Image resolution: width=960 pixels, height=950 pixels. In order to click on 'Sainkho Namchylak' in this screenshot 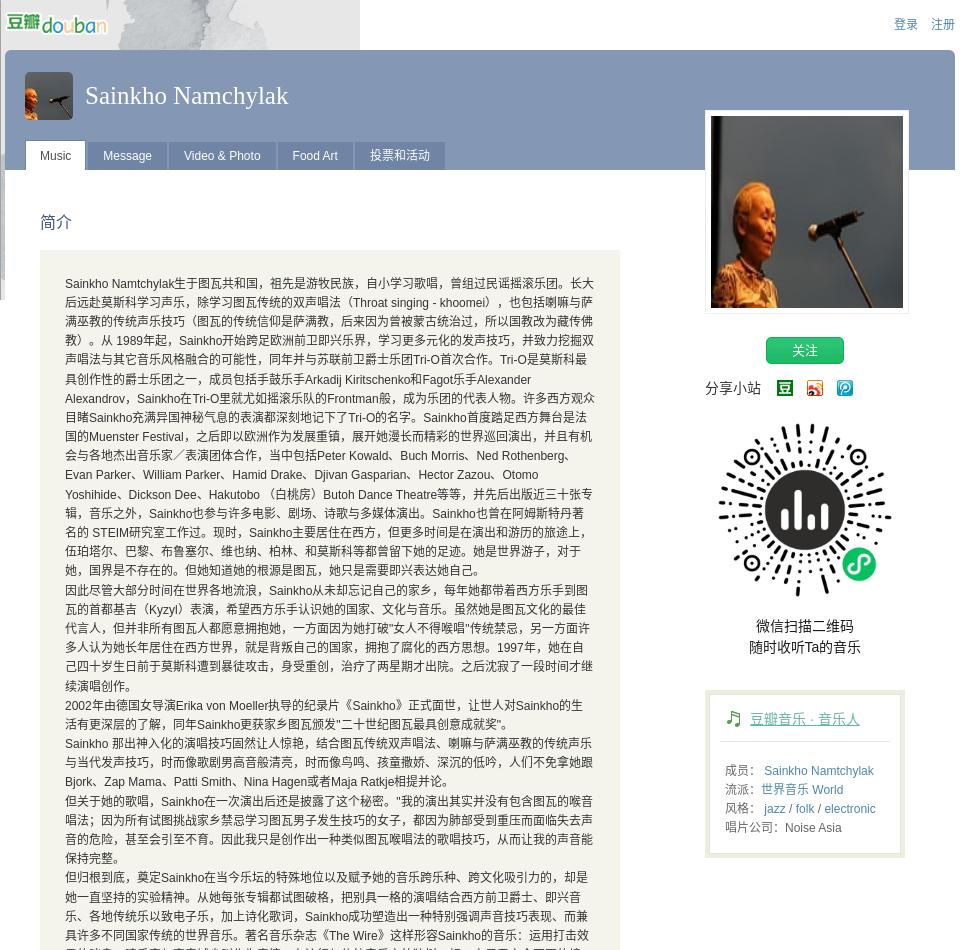, I will do `click(186, 95)`.